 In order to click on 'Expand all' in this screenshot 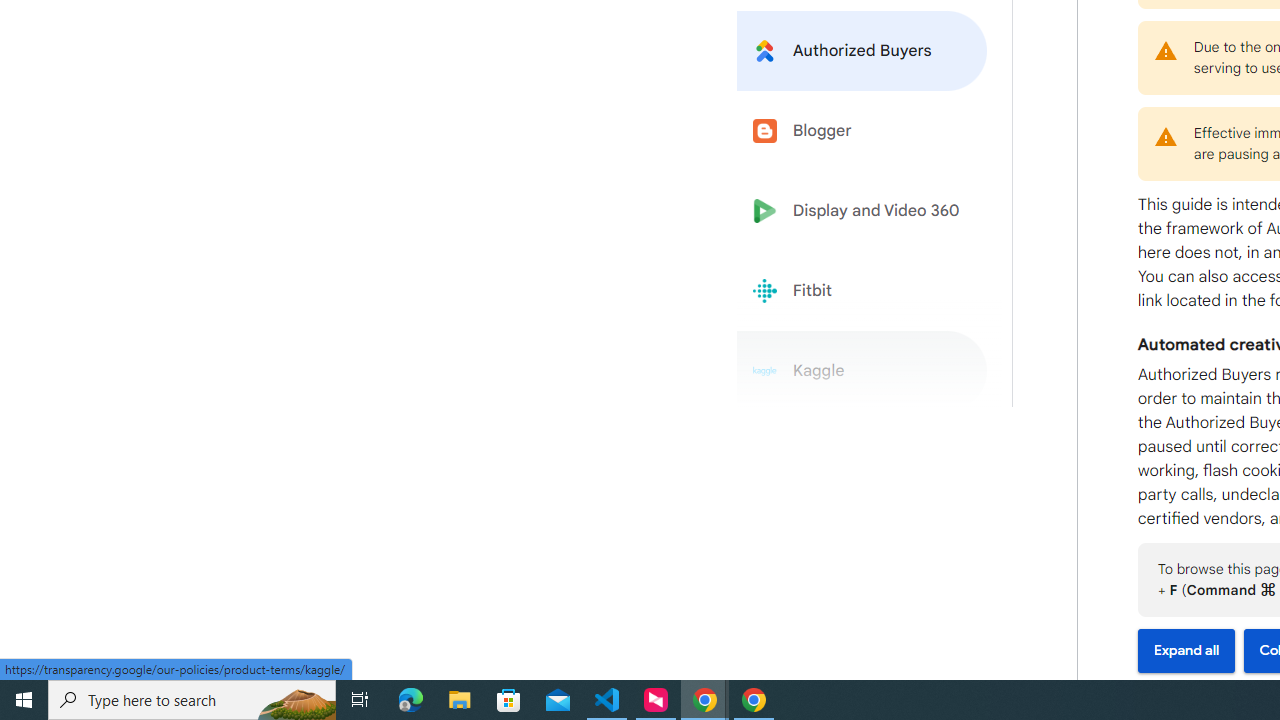, I will do `click(1186, 651)`.